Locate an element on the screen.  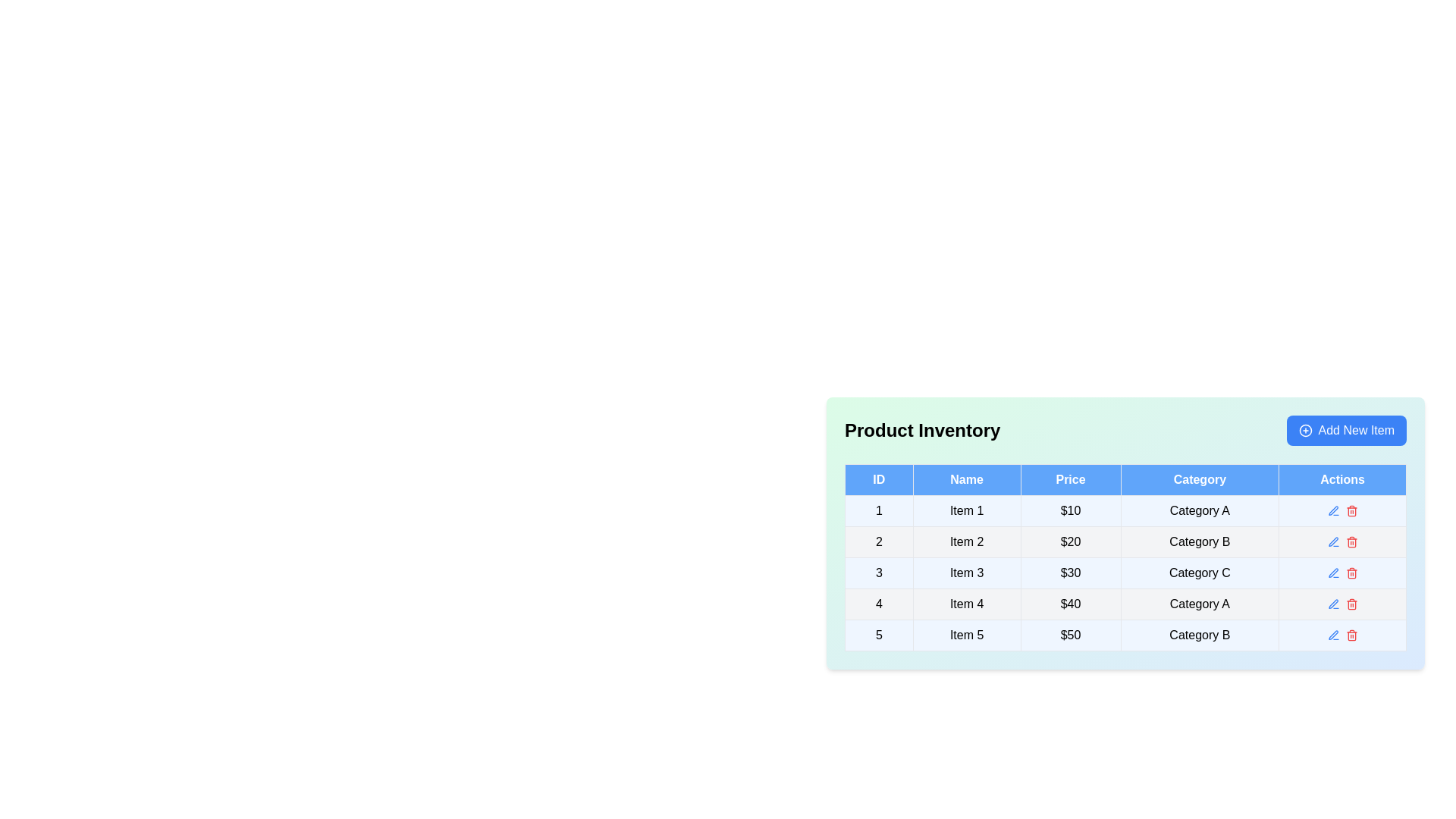
the table cell in the fourth column of the third row of the 'Product Inventory' table is located at coordinates (1199, 573).